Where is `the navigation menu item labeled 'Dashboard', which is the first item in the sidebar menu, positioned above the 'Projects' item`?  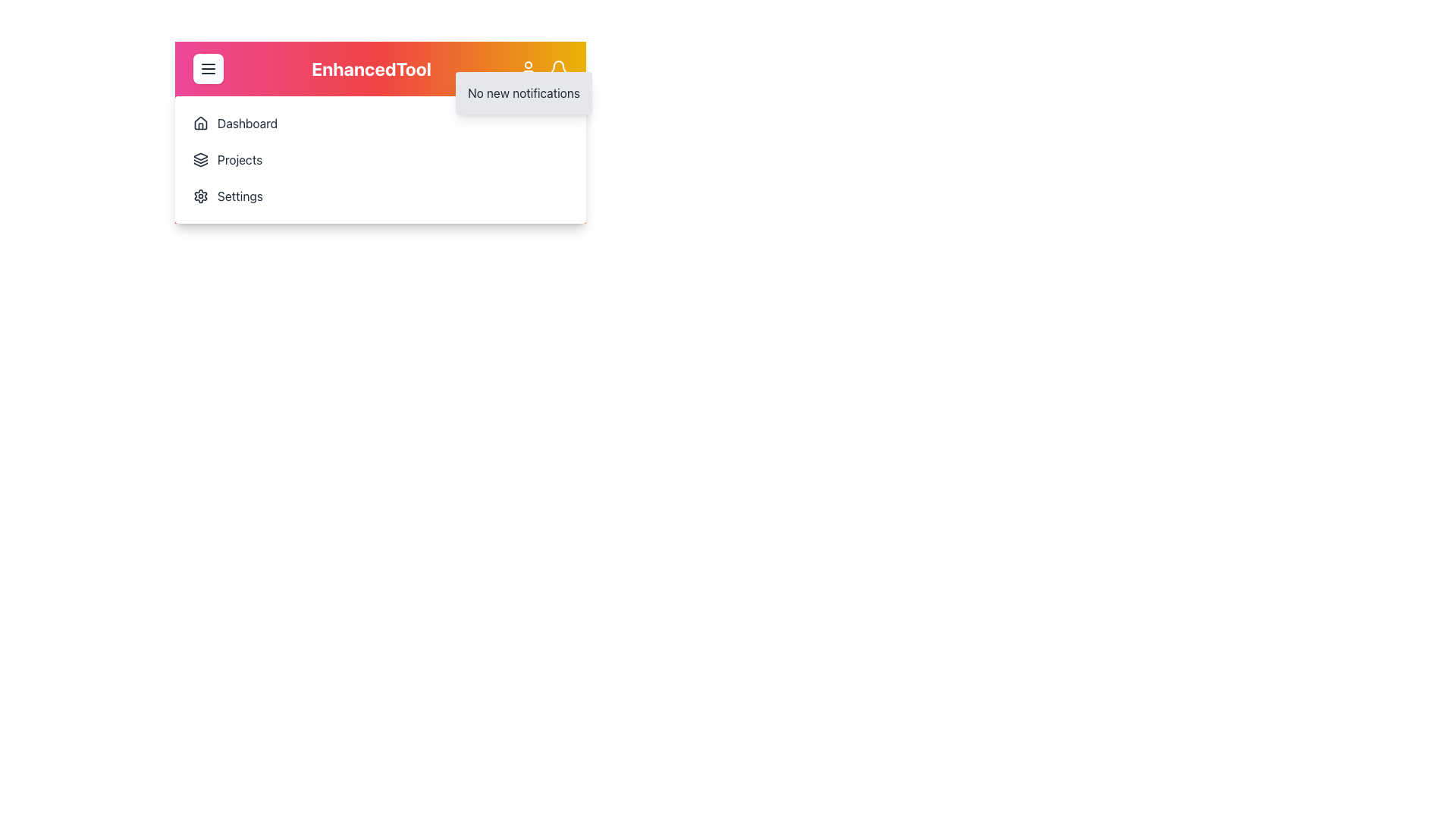 the navigation menu item labeled 'Dashboard', which is the first item in the sidebar menu, positioned above the 'Projects' item is located at coordinates (381, 122).